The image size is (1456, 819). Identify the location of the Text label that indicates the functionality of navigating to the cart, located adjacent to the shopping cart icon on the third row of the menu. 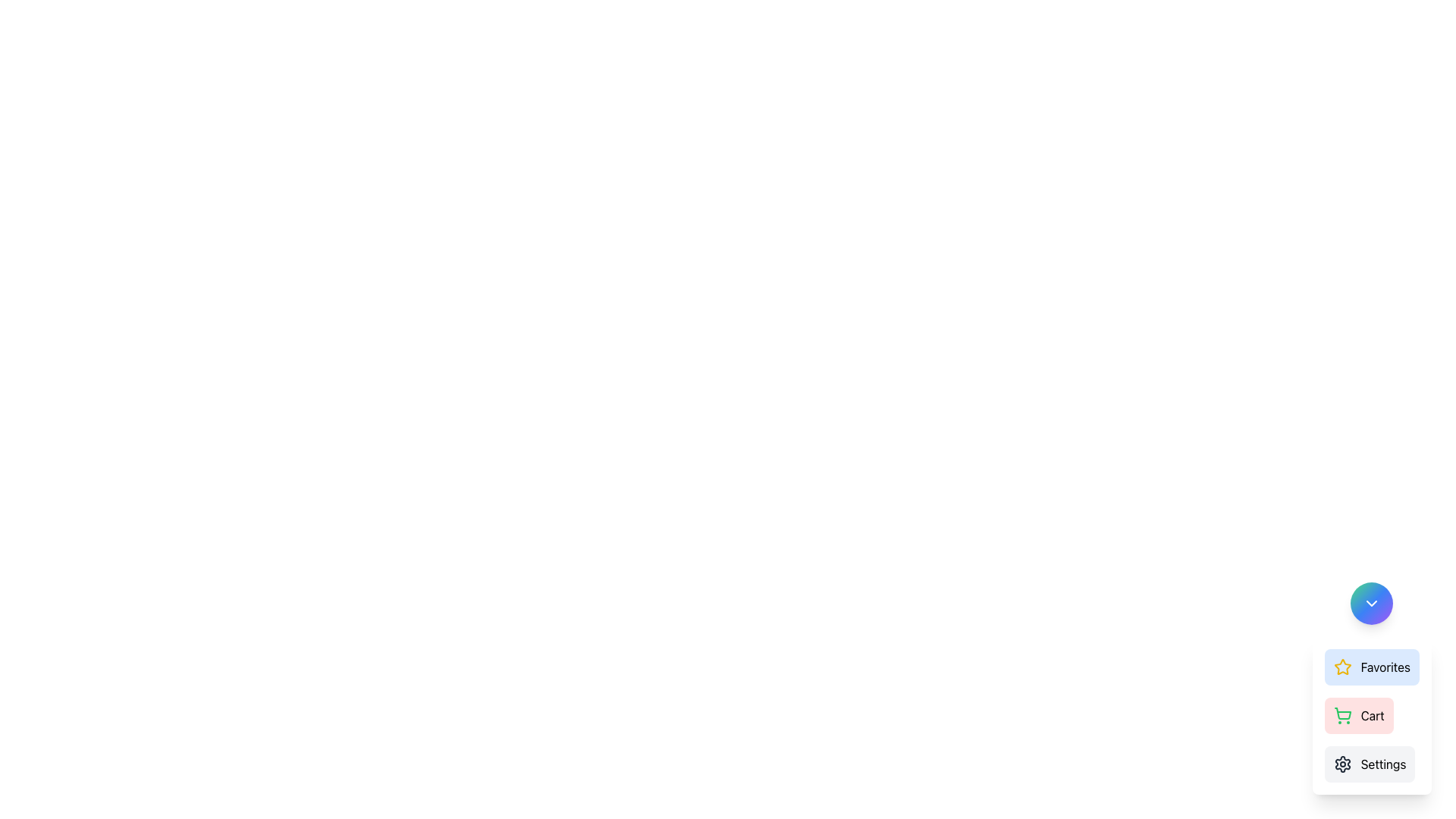
(1373, 716).